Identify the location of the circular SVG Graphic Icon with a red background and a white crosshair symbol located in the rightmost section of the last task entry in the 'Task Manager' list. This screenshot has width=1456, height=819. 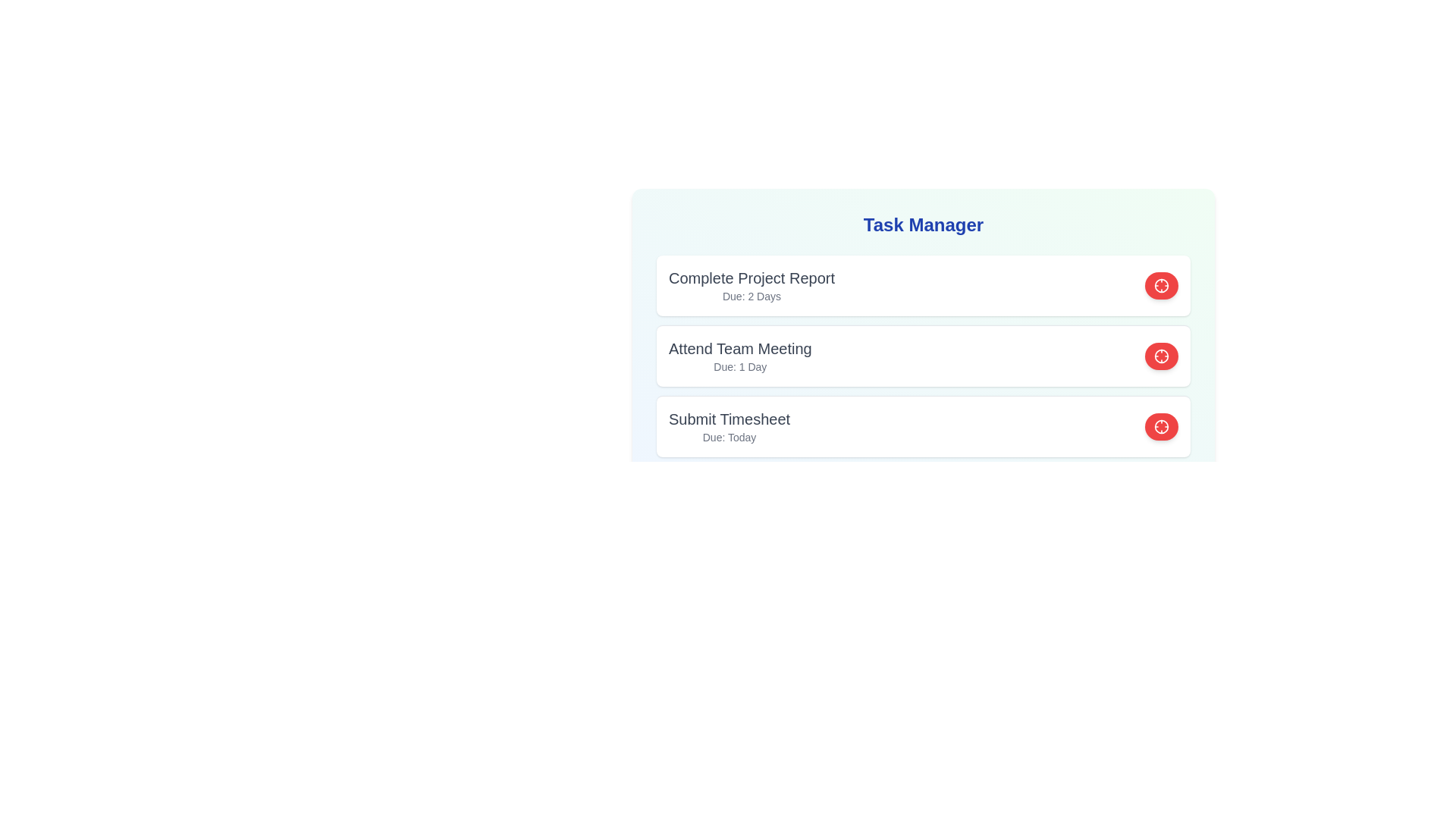
(1160, 286).